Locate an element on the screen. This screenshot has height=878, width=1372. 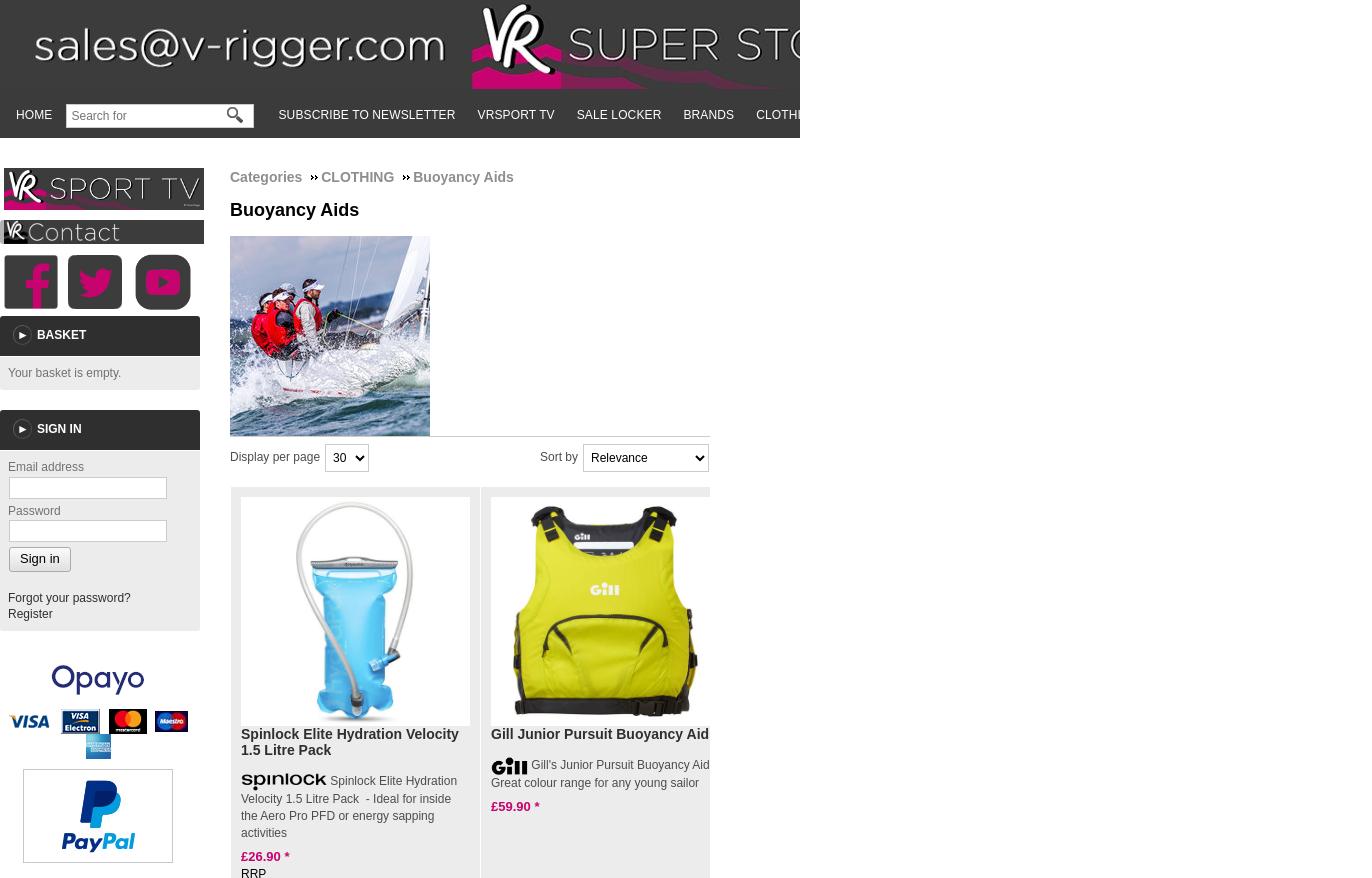
'Gill Junior Pursuit Buoyancy Aid' is located at coordinates (599, 733).